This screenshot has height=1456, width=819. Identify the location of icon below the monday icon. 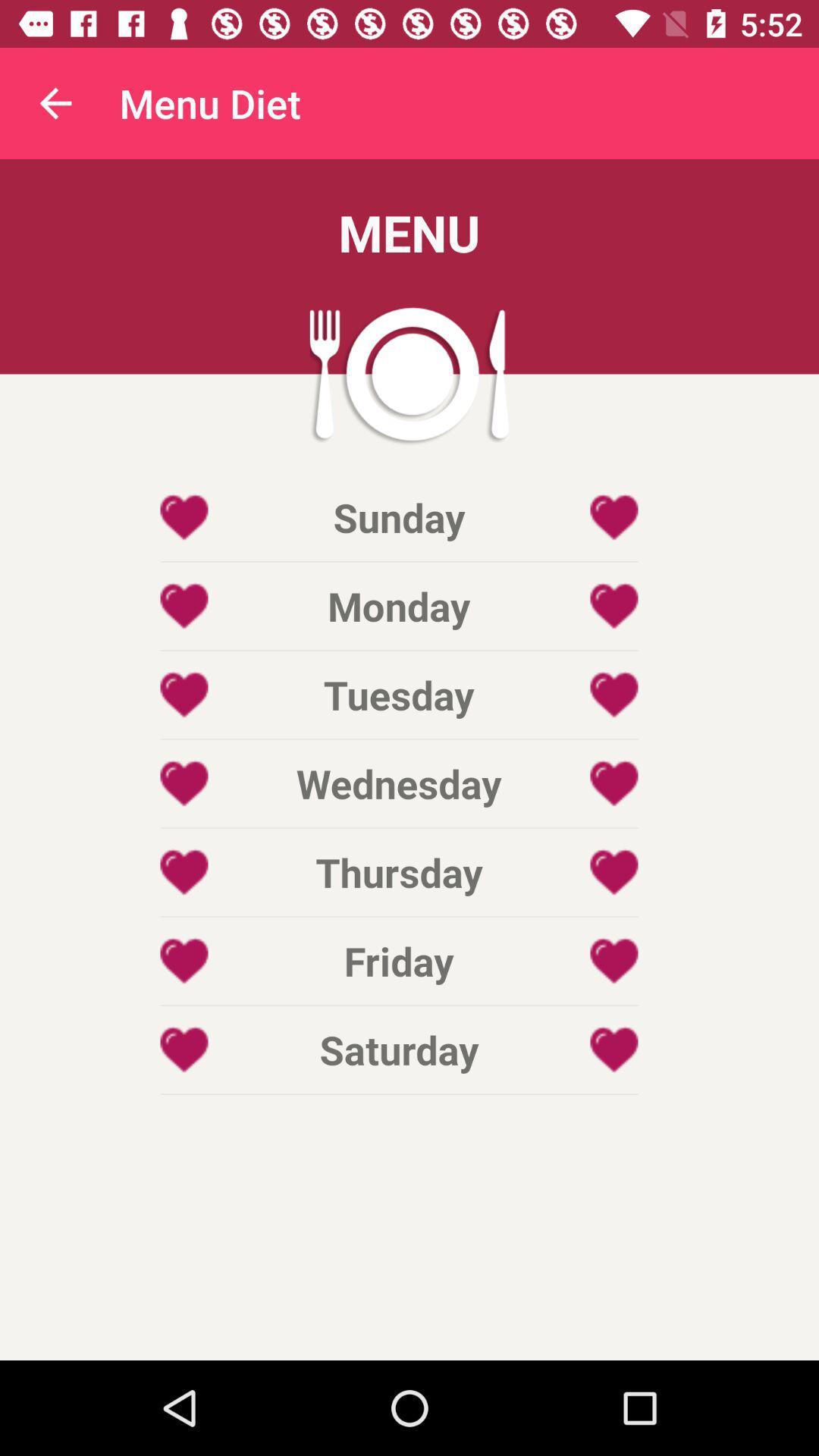
(398, 694).